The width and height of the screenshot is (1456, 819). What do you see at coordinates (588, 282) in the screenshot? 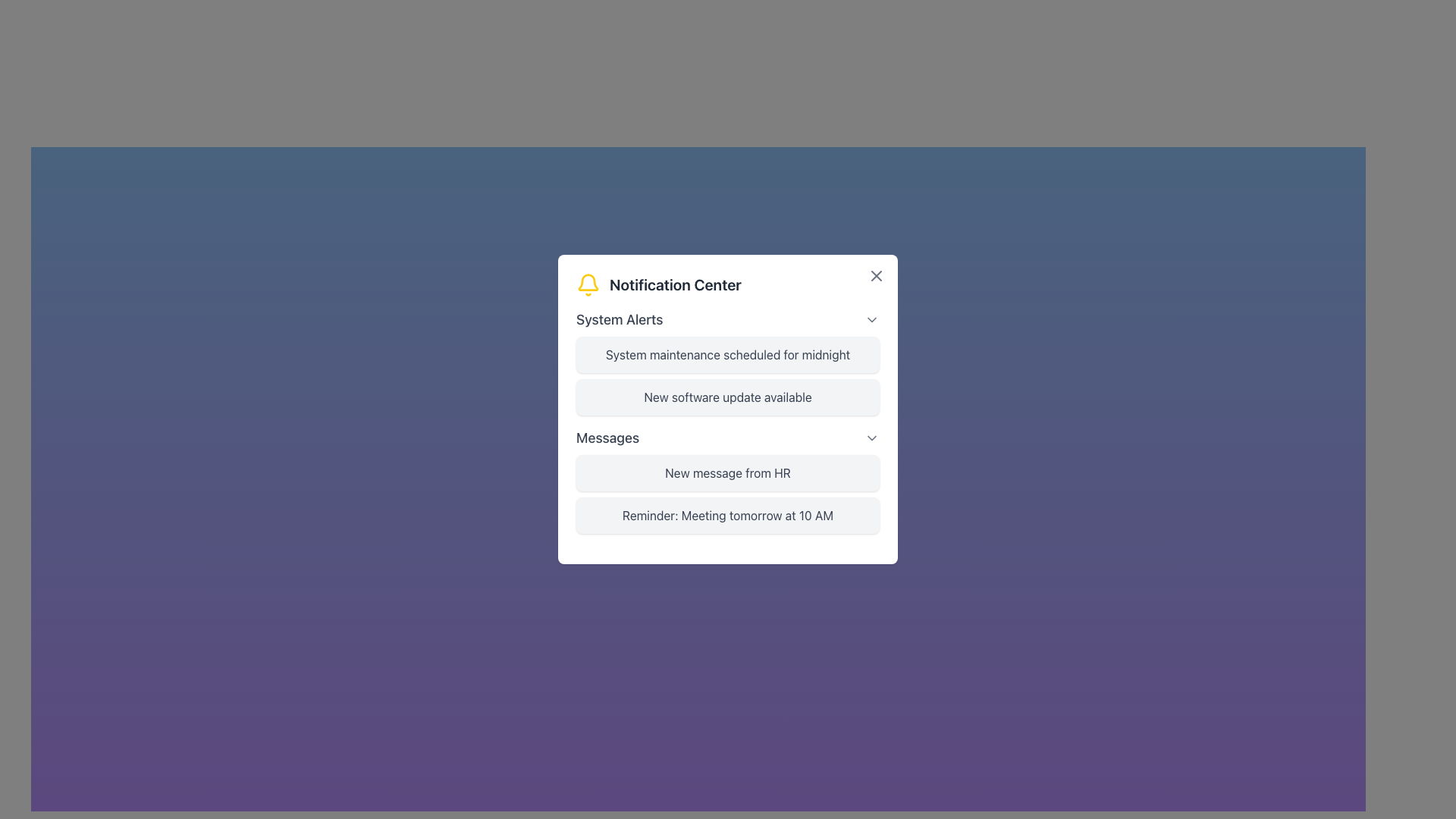
I see `the base portion of the bell icon in the notification panel header, positioned before the 'Notification Center' text` at bounding box center [588, 282].